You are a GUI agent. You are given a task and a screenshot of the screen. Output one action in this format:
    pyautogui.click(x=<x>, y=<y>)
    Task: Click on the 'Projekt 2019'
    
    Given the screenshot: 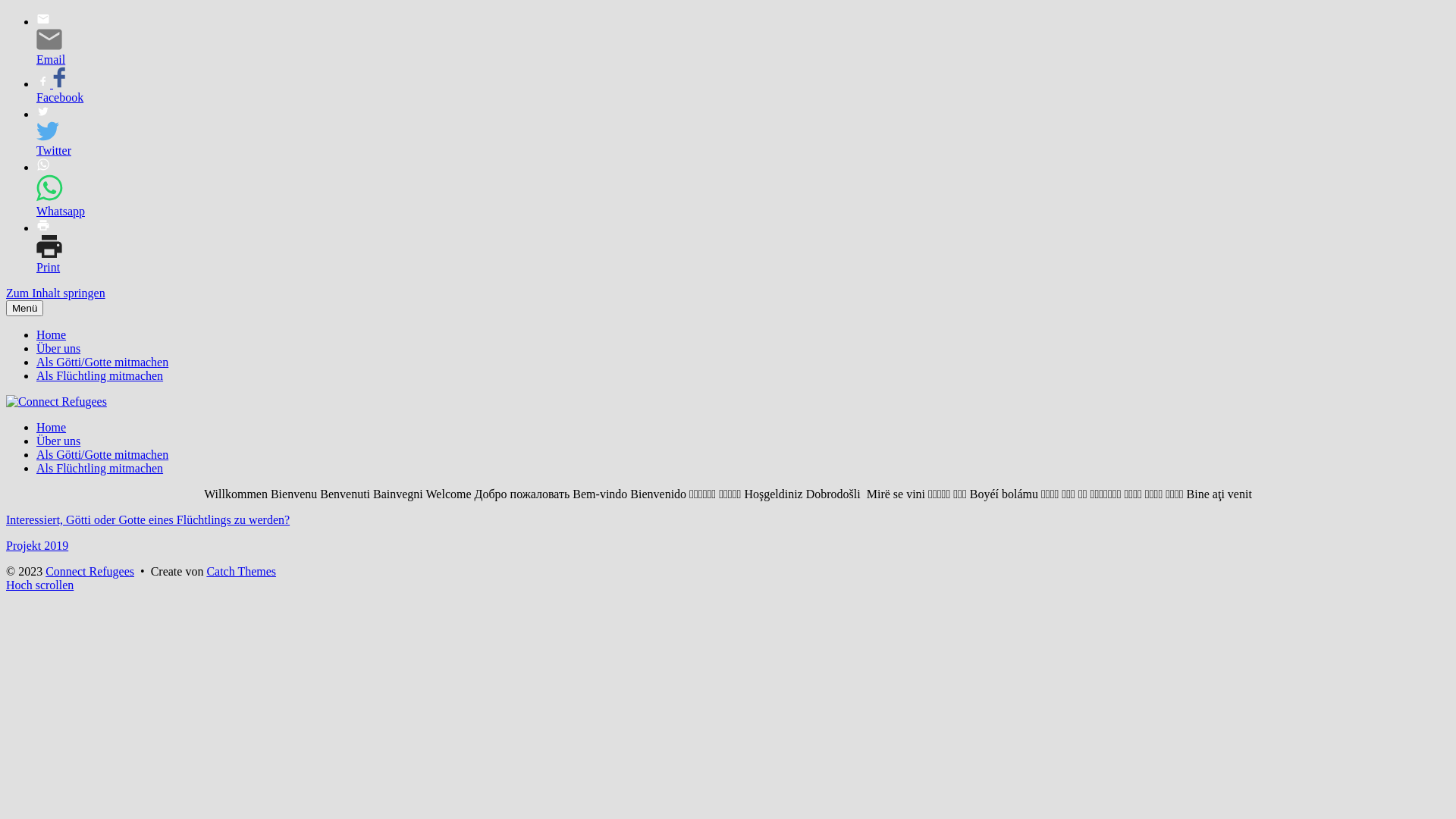 What is the action you would take?
    pyautogui.click(x=36, y=544)
    